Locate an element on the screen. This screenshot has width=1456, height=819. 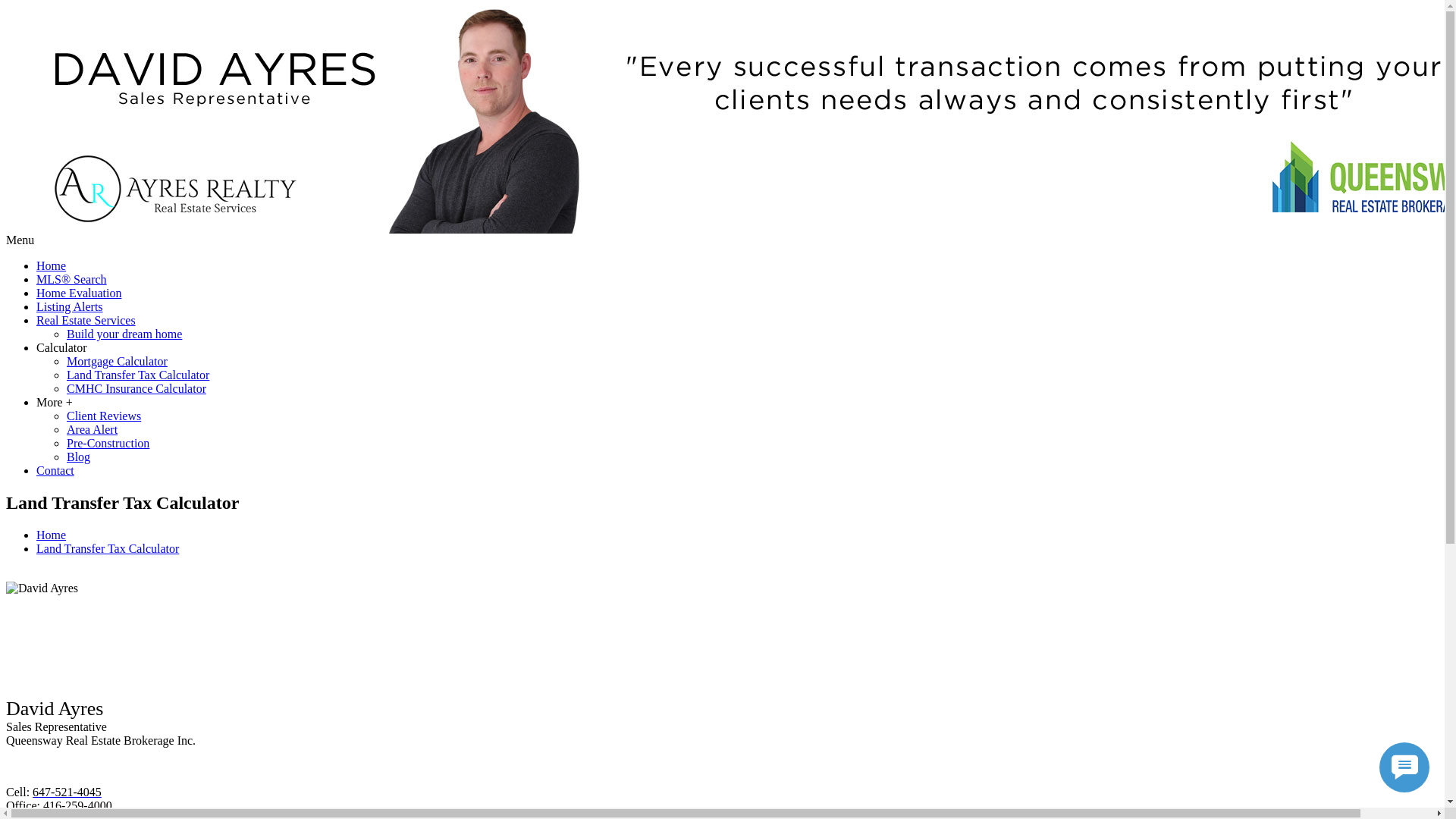
'Home' is located at coordinates (51, 534).